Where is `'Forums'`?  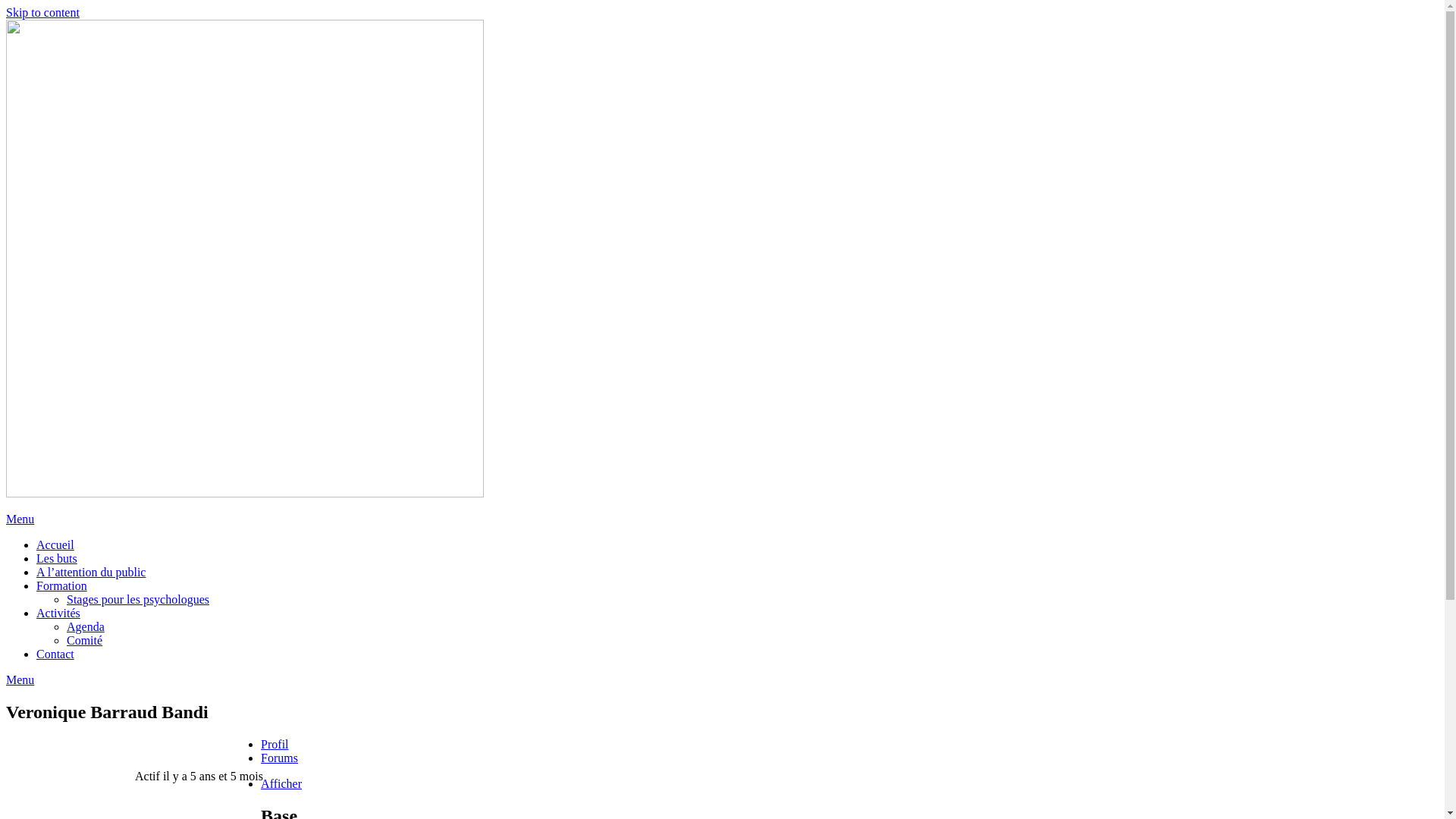
'Forums' is located at coordinates (279, 758).